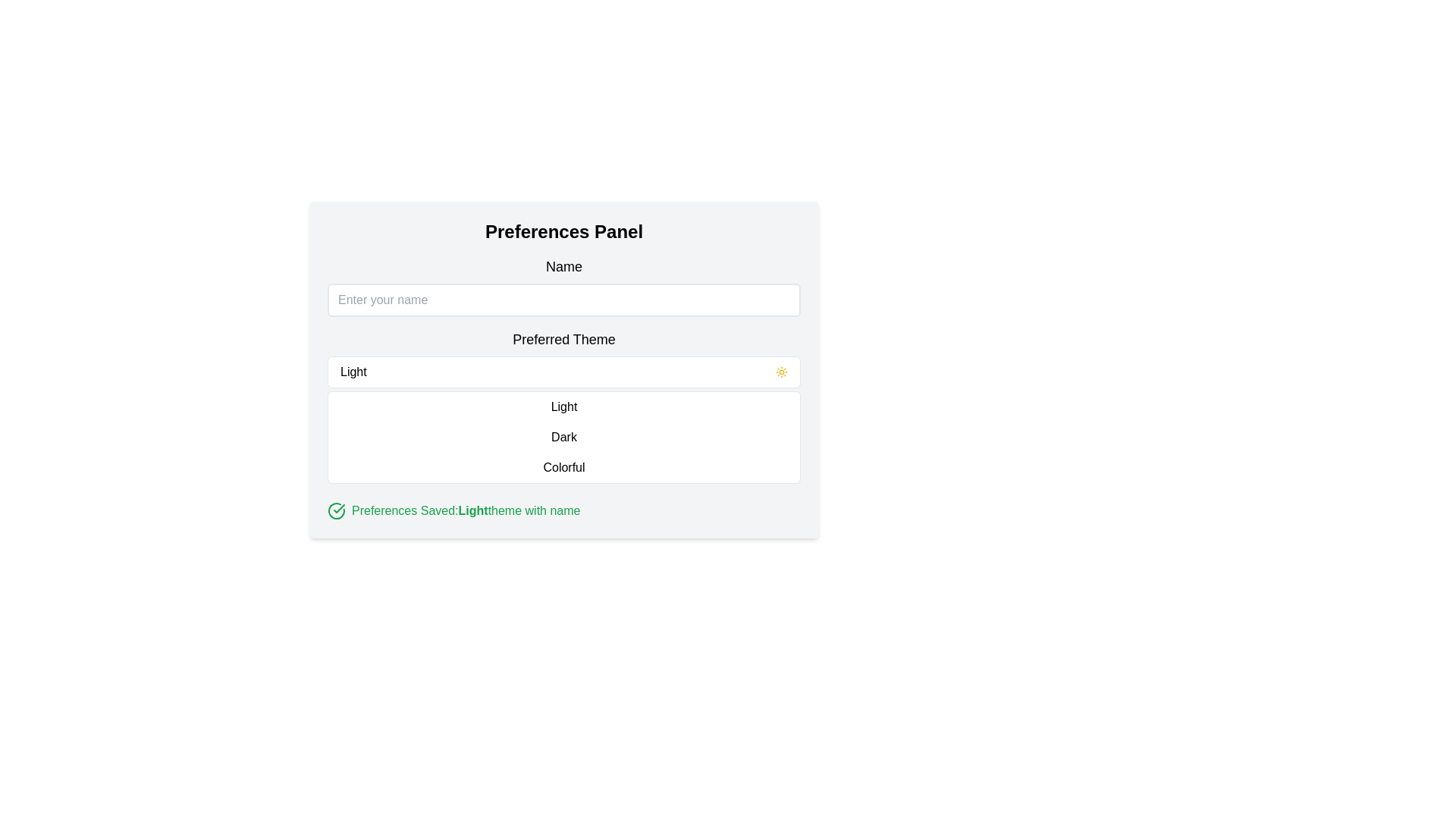 Image resolution: width=1456 pixels, height=819 pixels. Describe the element at coordinates (563, 406) in the screenshot. I see `the 'Light' theme option label in the 'Preferred Theme' section for visual feedback` at that location.